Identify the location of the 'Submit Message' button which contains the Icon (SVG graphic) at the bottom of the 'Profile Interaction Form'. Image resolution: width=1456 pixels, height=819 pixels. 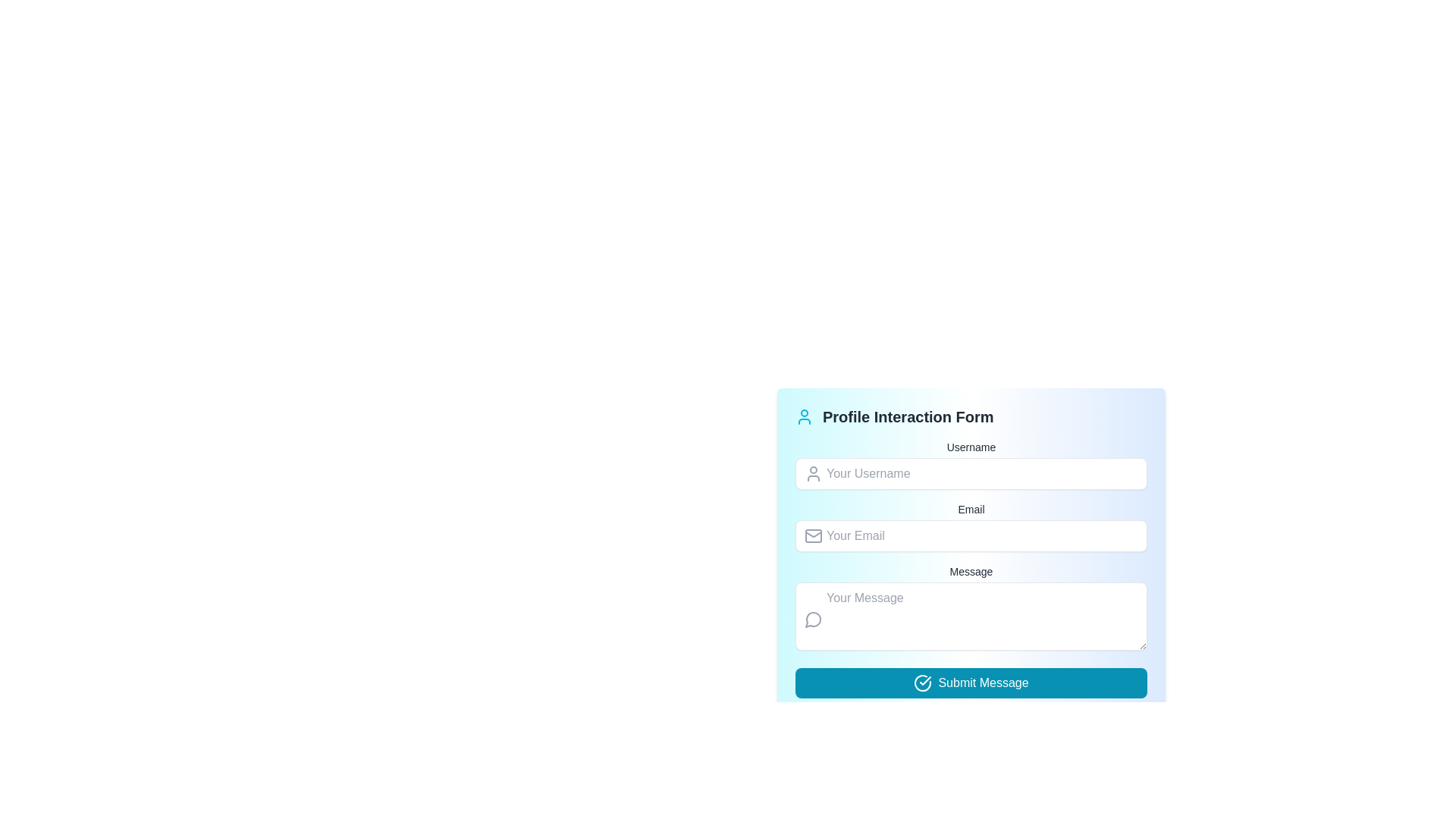
(922, 683).